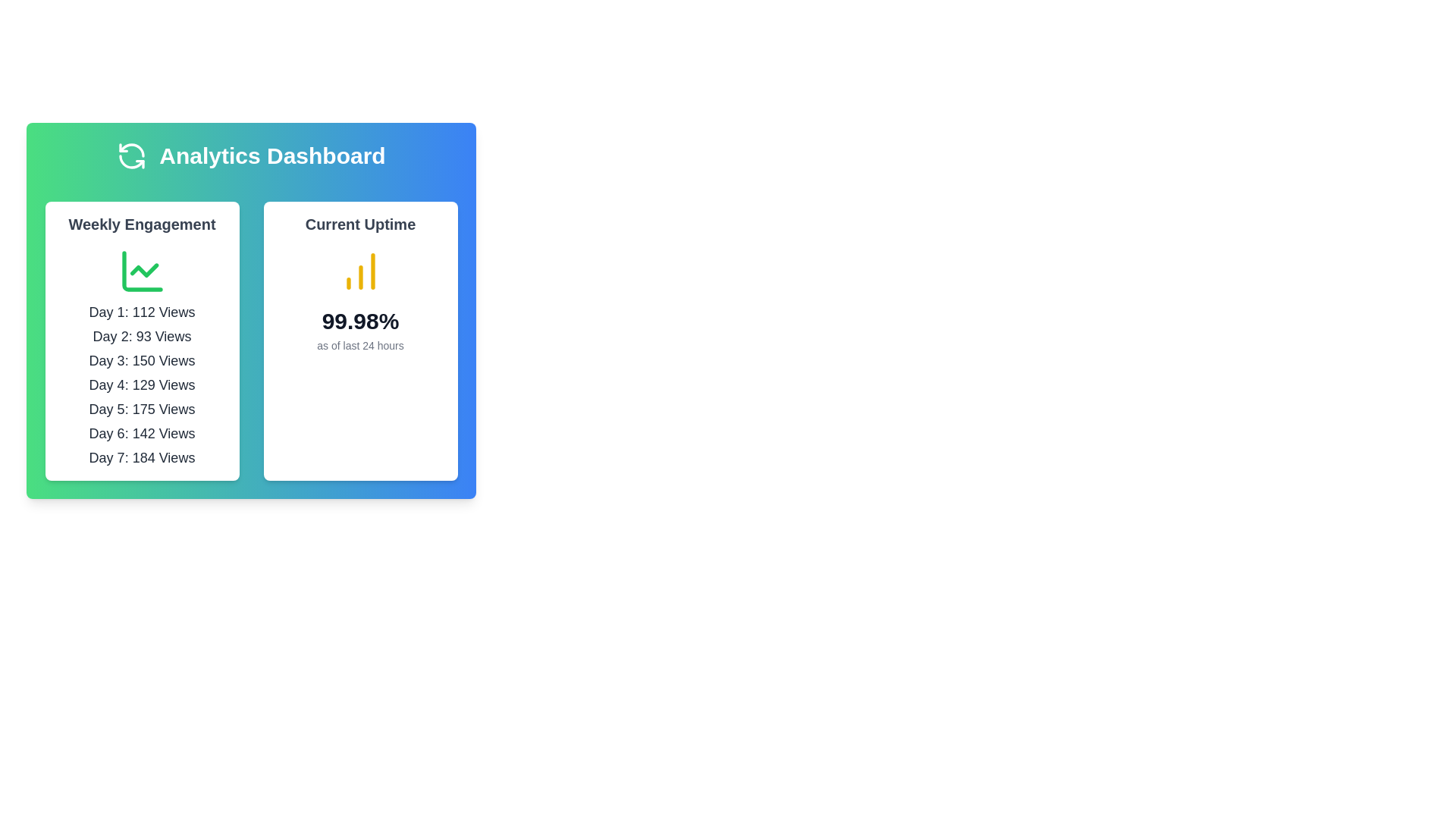 This screenshot has height=819, width=1456. What do you see at coordinates (251, 155) in the screenshot?
I see `the title header of the dashboard, which serves as the first visible component indicating the overall purpose of the interface` at bounding box center [251, 155].